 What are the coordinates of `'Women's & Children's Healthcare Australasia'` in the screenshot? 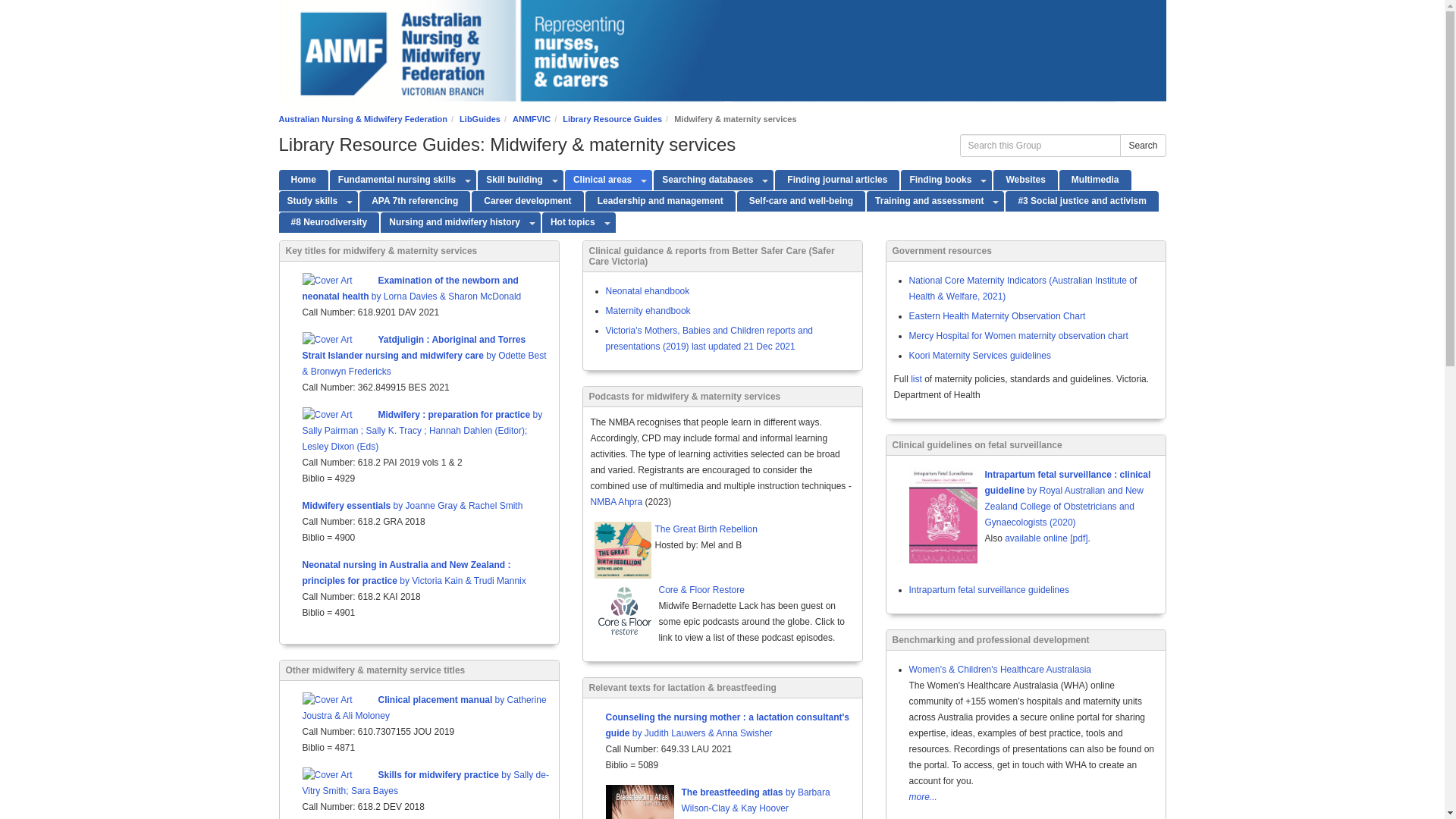 It's located at (999, 669).